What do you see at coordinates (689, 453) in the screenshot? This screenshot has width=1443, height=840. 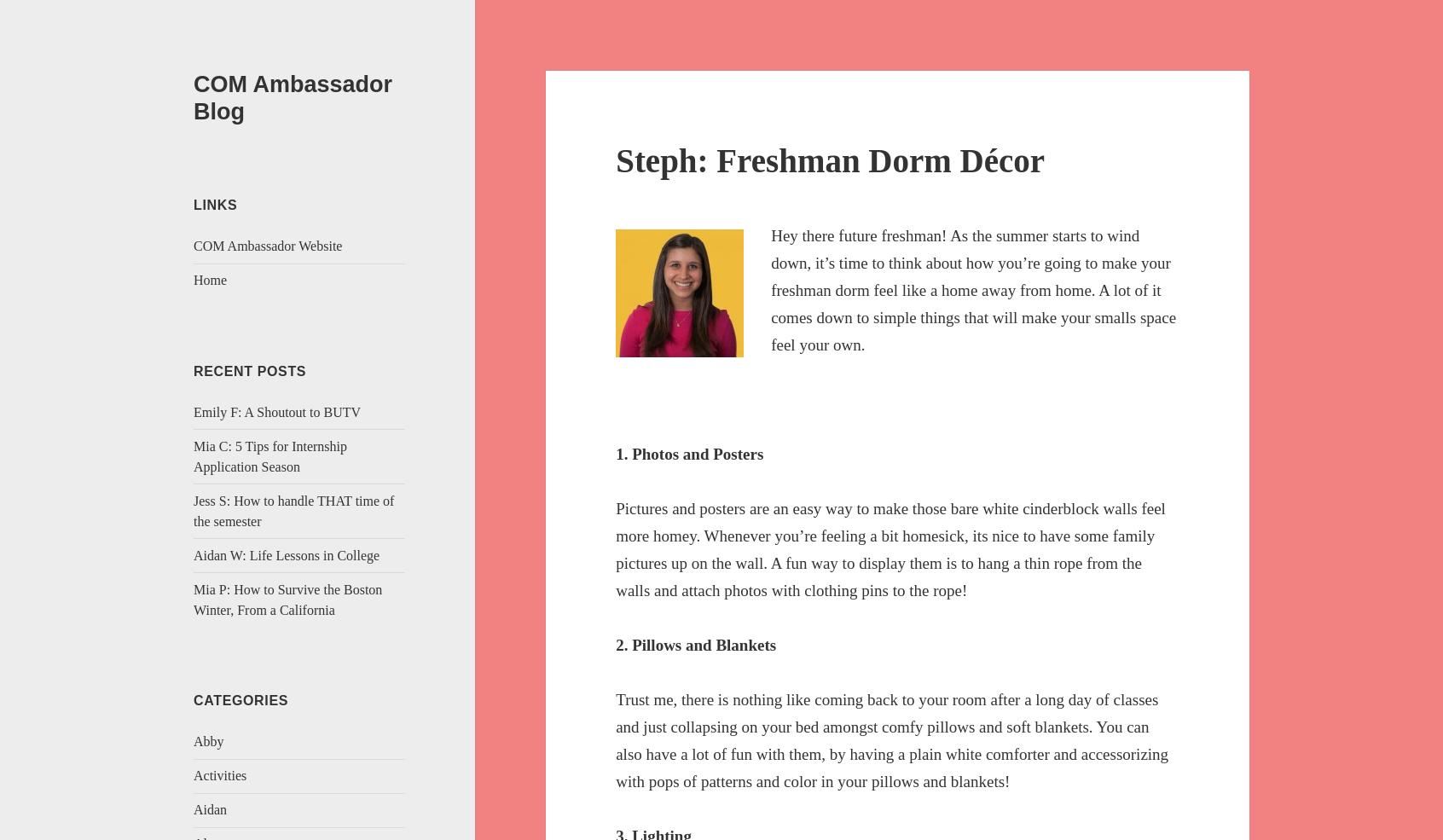 I see `'1. Photos and Posters'` at bounding box center [689, 453].